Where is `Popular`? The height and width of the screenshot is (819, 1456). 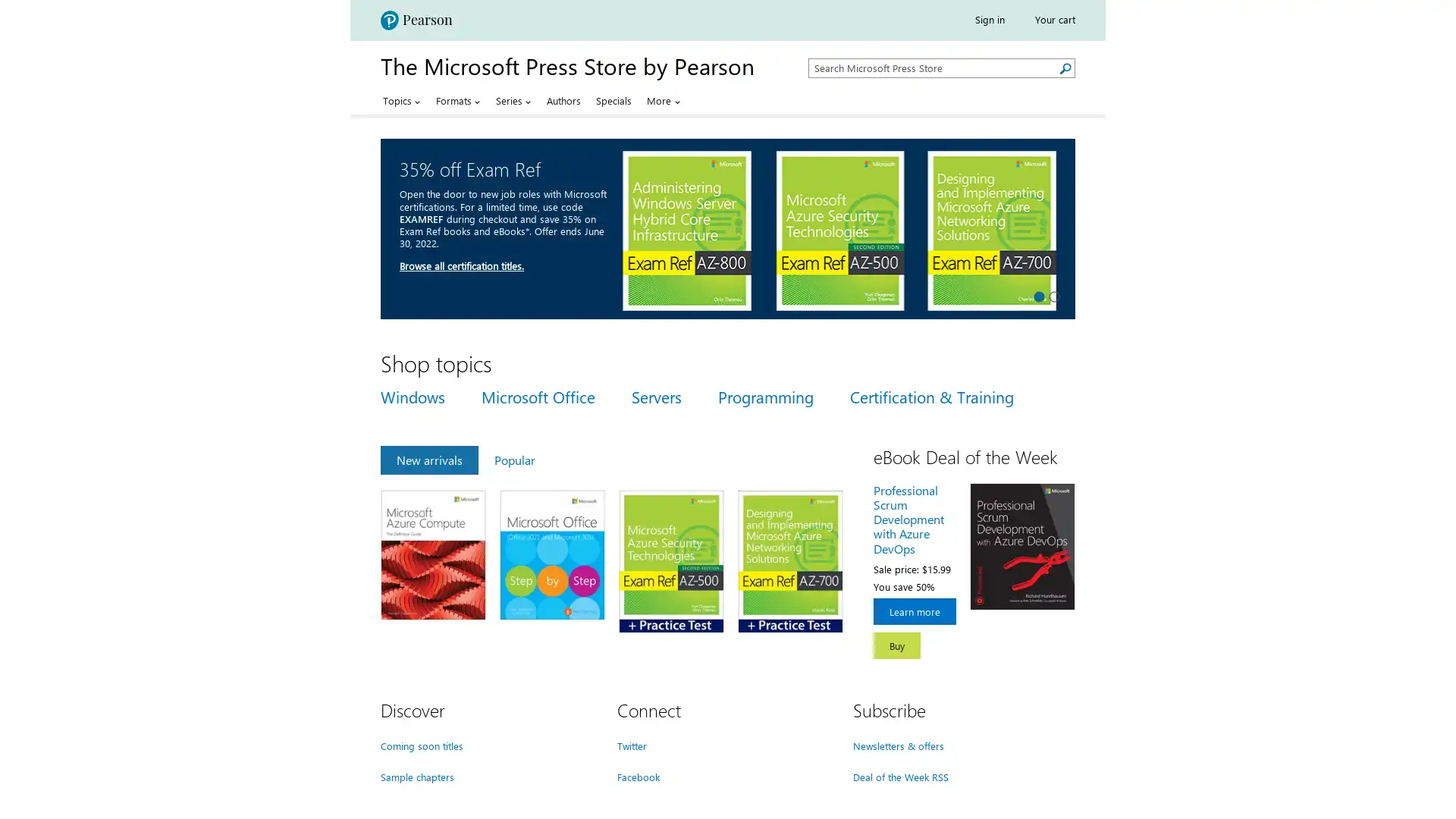
Popular is located at coordinates (514, 458).